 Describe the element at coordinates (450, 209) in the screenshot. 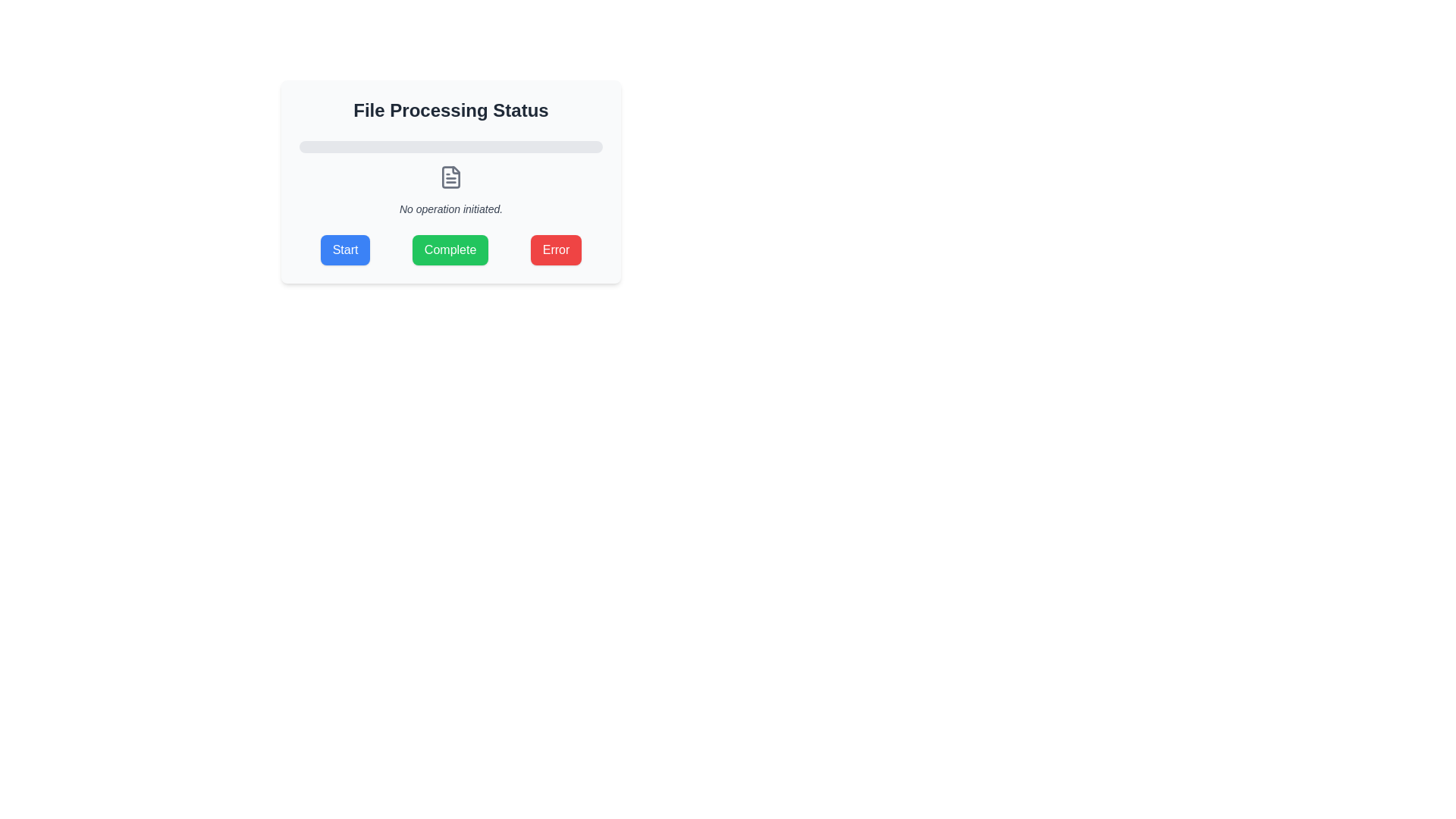

I see `the text label displaying 'No operation initiated.' which is styled in gray, italicized, and small font, located beneath the processing status icon and above the buttons labeled 'Start', 'Complete', and 'Error'` at that location.